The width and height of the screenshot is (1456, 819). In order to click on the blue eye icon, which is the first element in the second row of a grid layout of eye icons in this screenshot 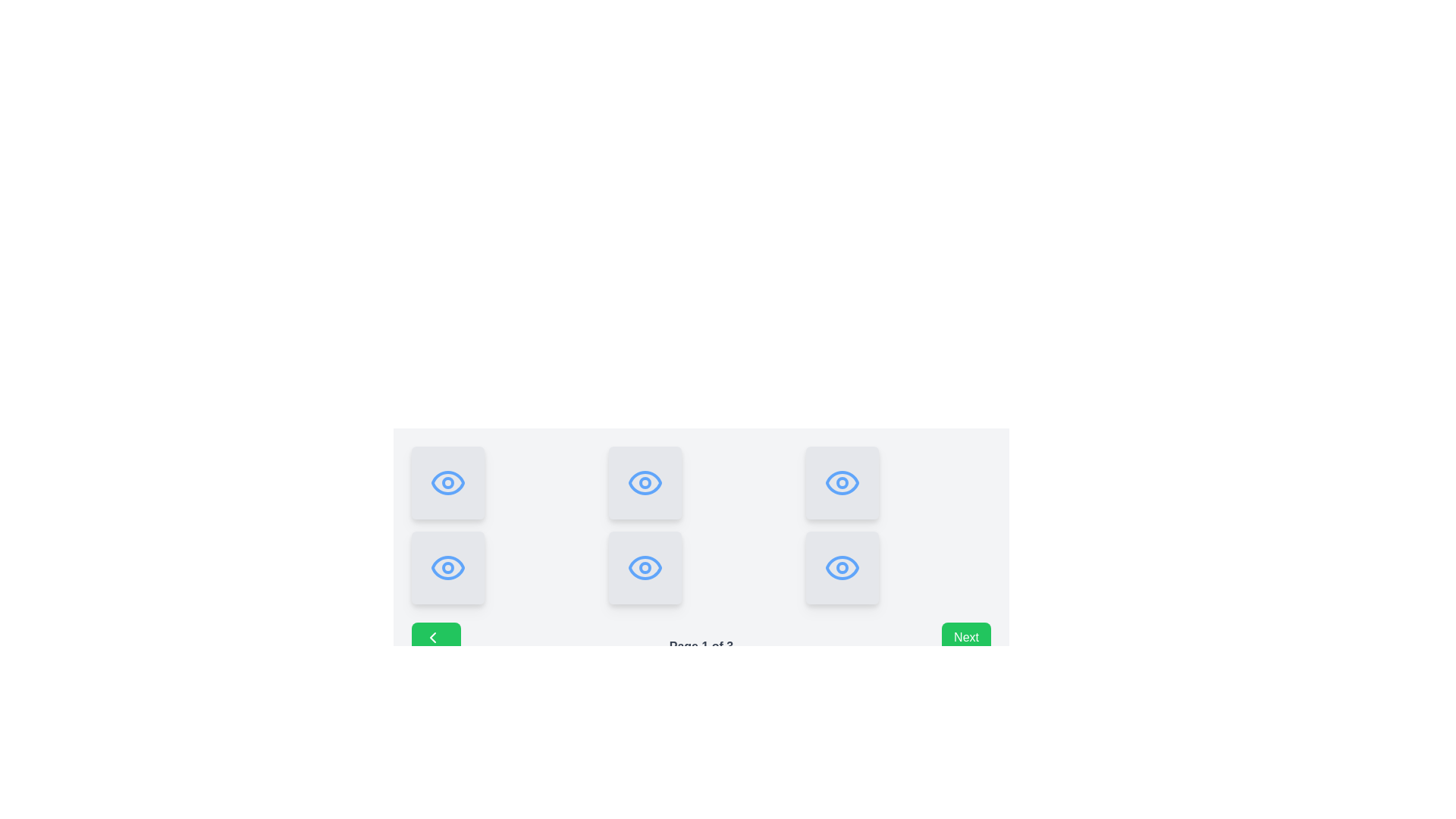, I will do `click(447, 567)`.